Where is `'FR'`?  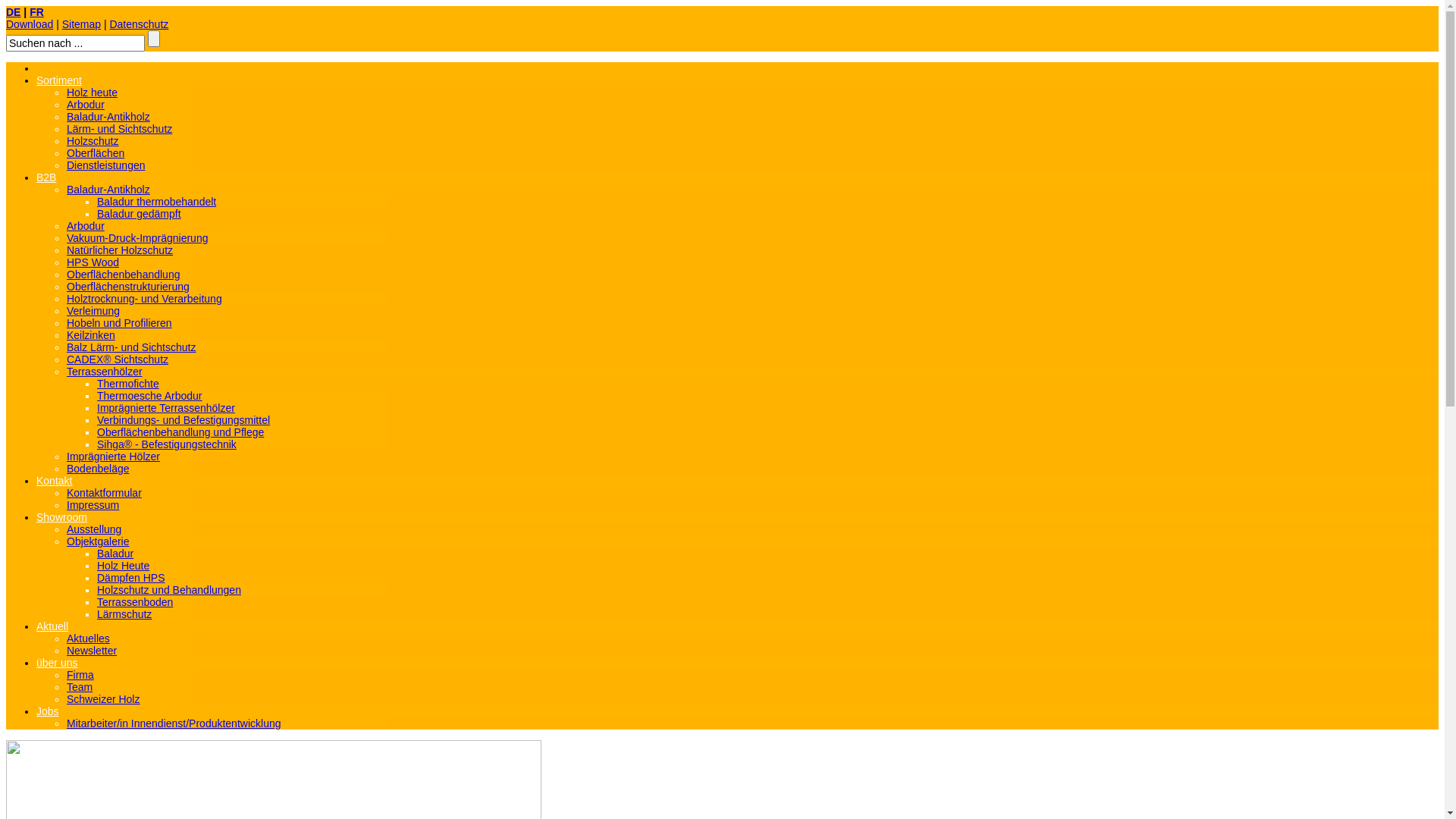 'FR' is located at coordinates (36, 11).